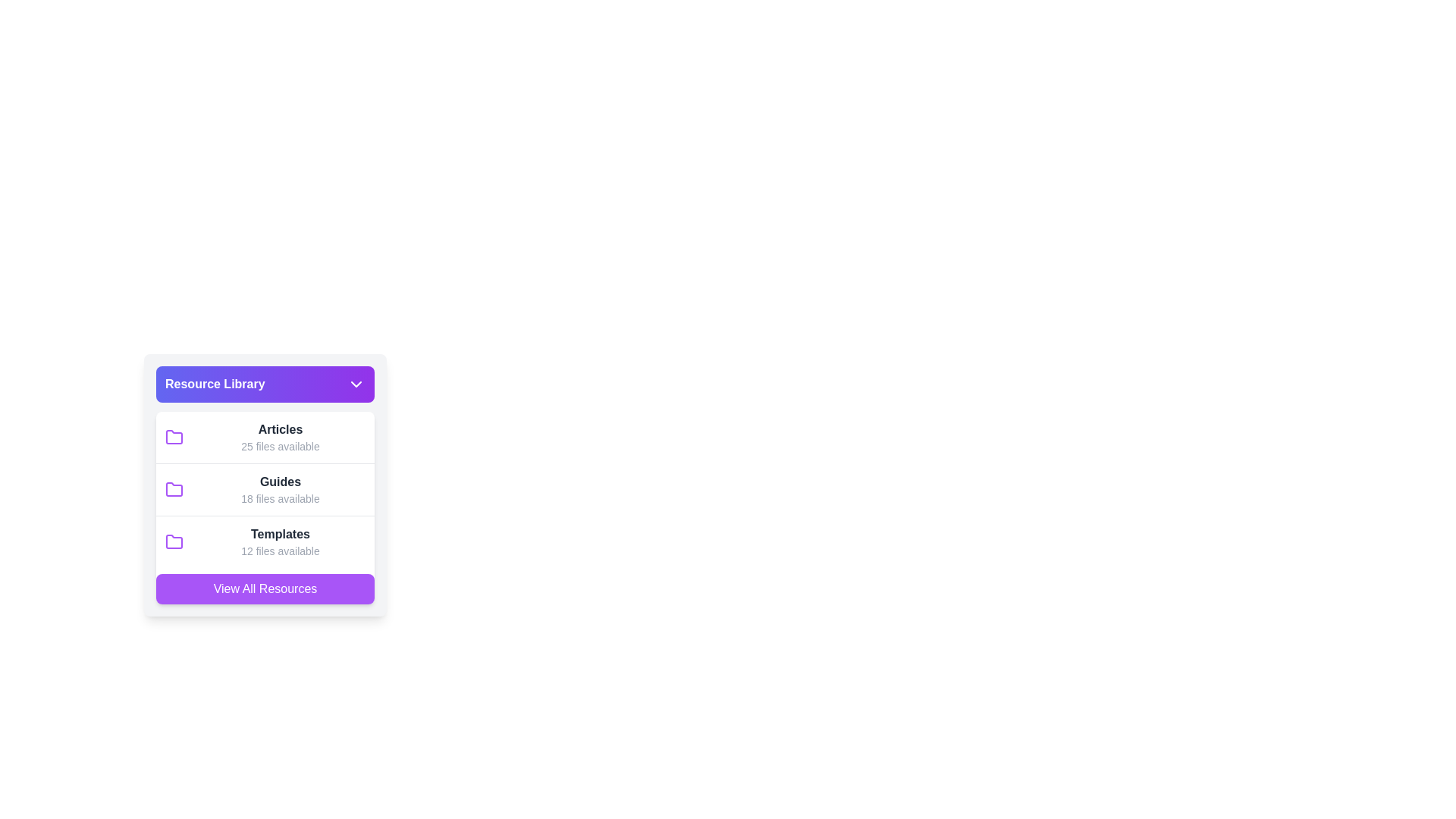 This screenshot has width=1456, height=819. Describe the element at coordinates (280, 438) in the screenshot. I see `to select the 'Articles' category in the Resource Library dropdown menu, which is represented by the bold text 'Articles' in the second row` at that location.